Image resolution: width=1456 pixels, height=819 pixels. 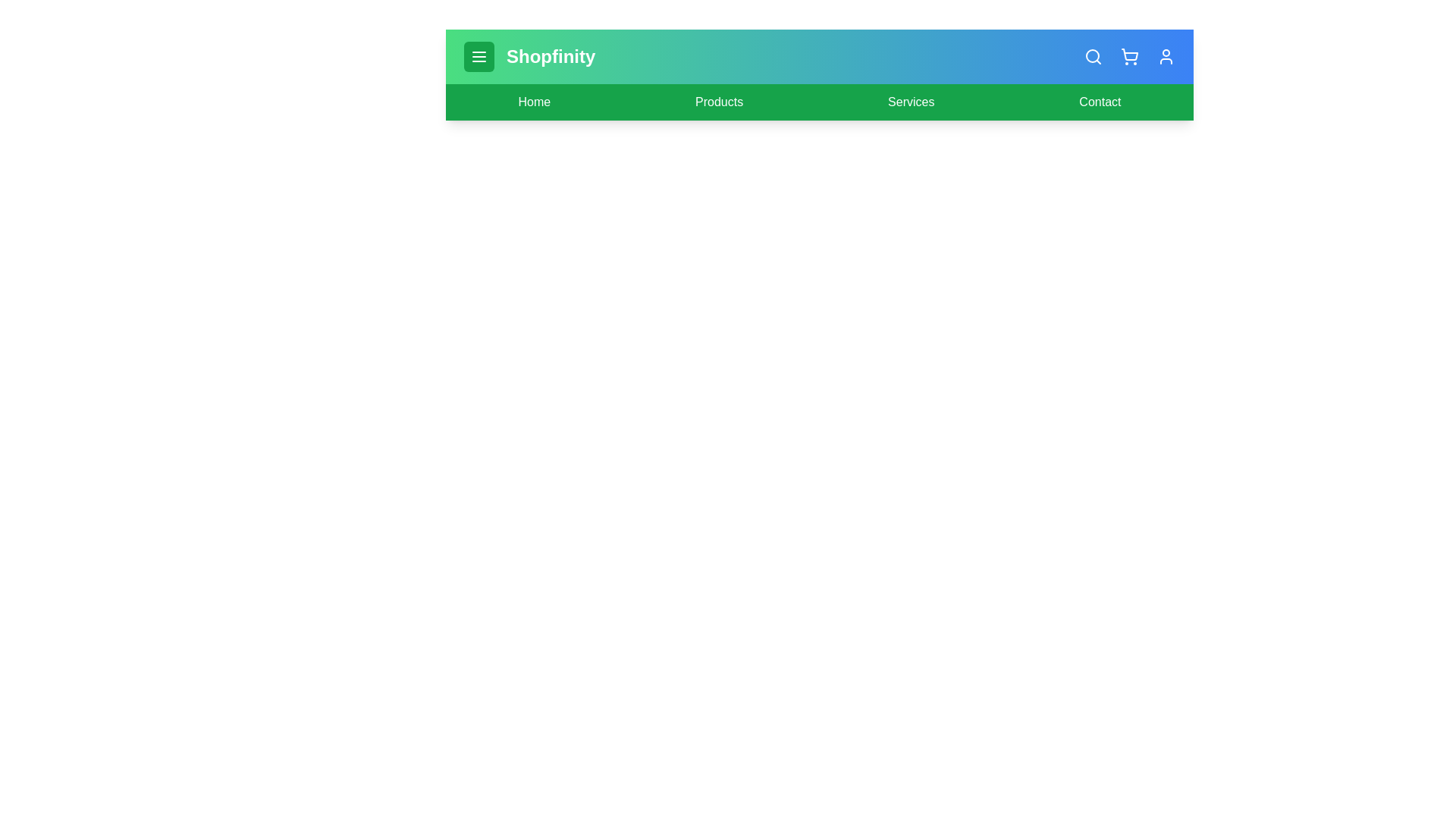 What do you see at coordinates (1099, 102) in the screenshot?
I see `the 'Contact' link within the navigation bar to navigate to the Contact page` at bounding box center [1099, 102].